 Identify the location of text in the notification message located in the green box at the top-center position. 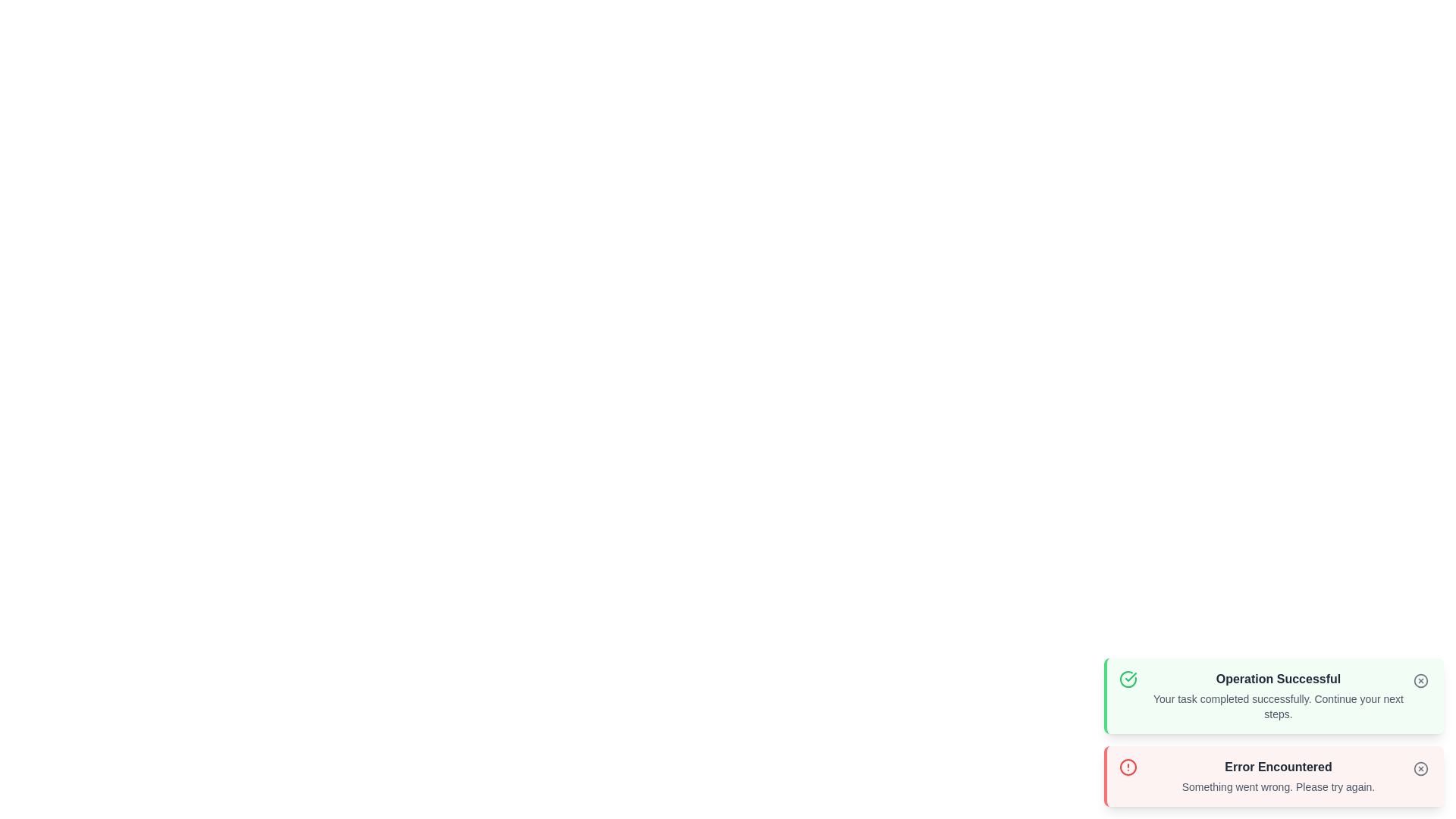
(1277, 696).